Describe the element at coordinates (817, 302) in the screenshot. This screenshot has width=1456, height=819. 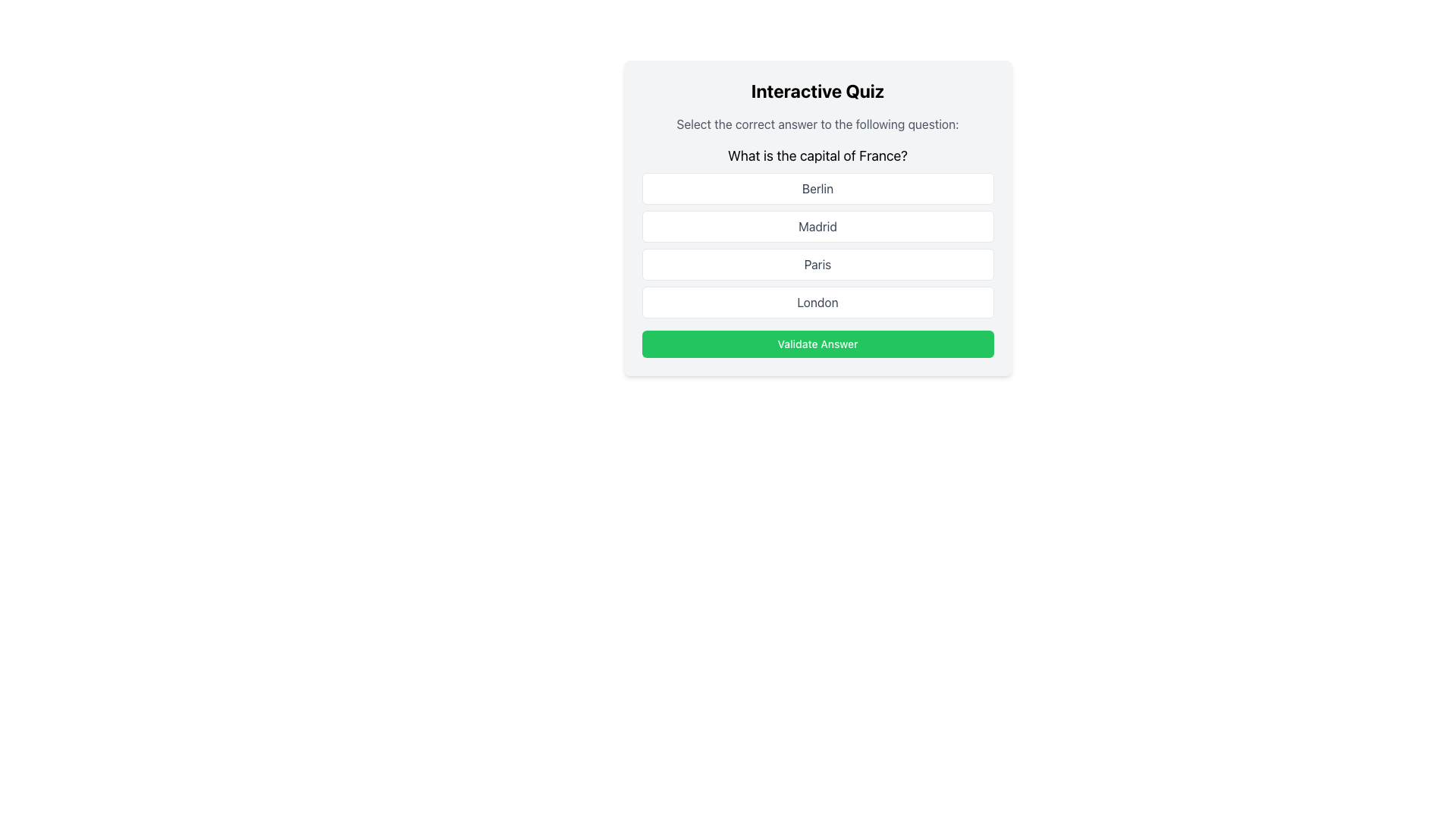
I see `the 'London' button, which is the last button in a vertical list and features a white background with rounded corners and dark gray text` at that location.